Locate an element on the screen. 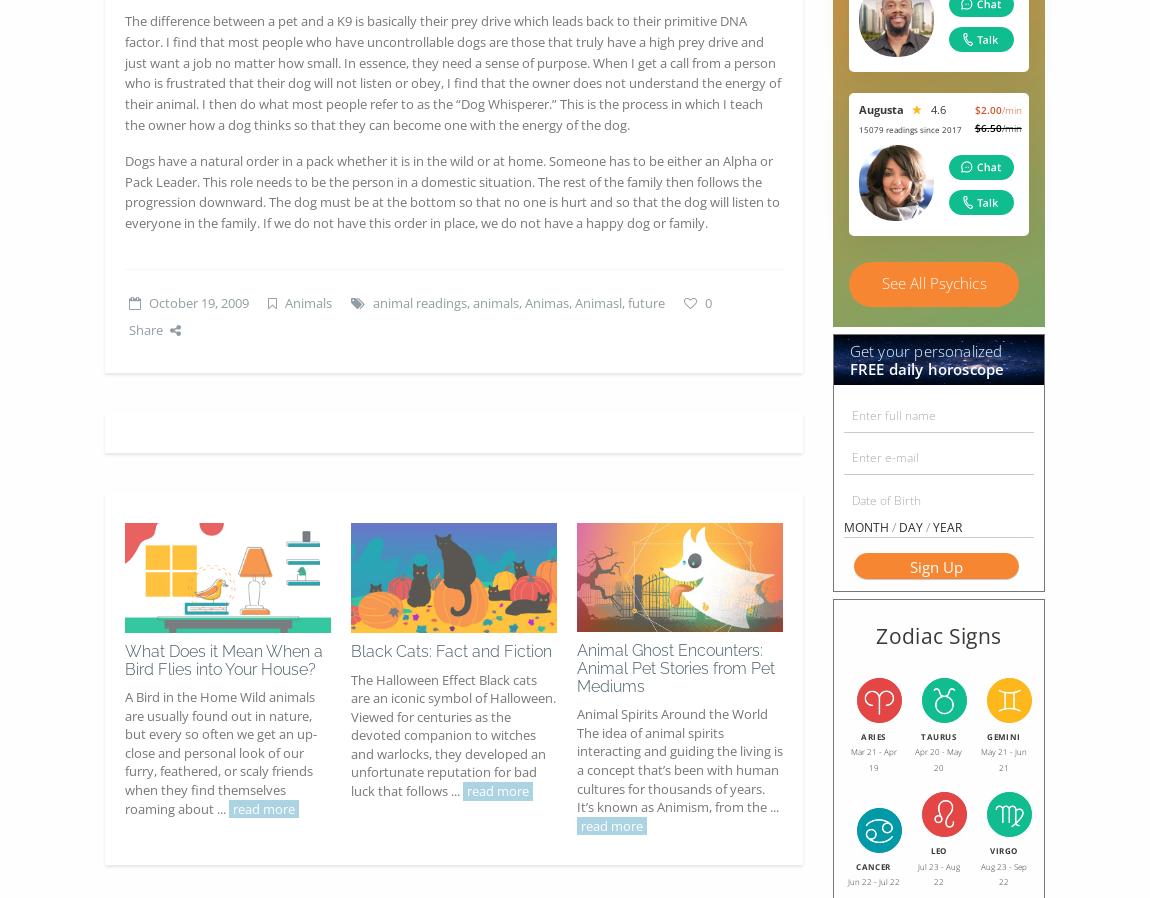  'future' is located at coordinates (645, 302).